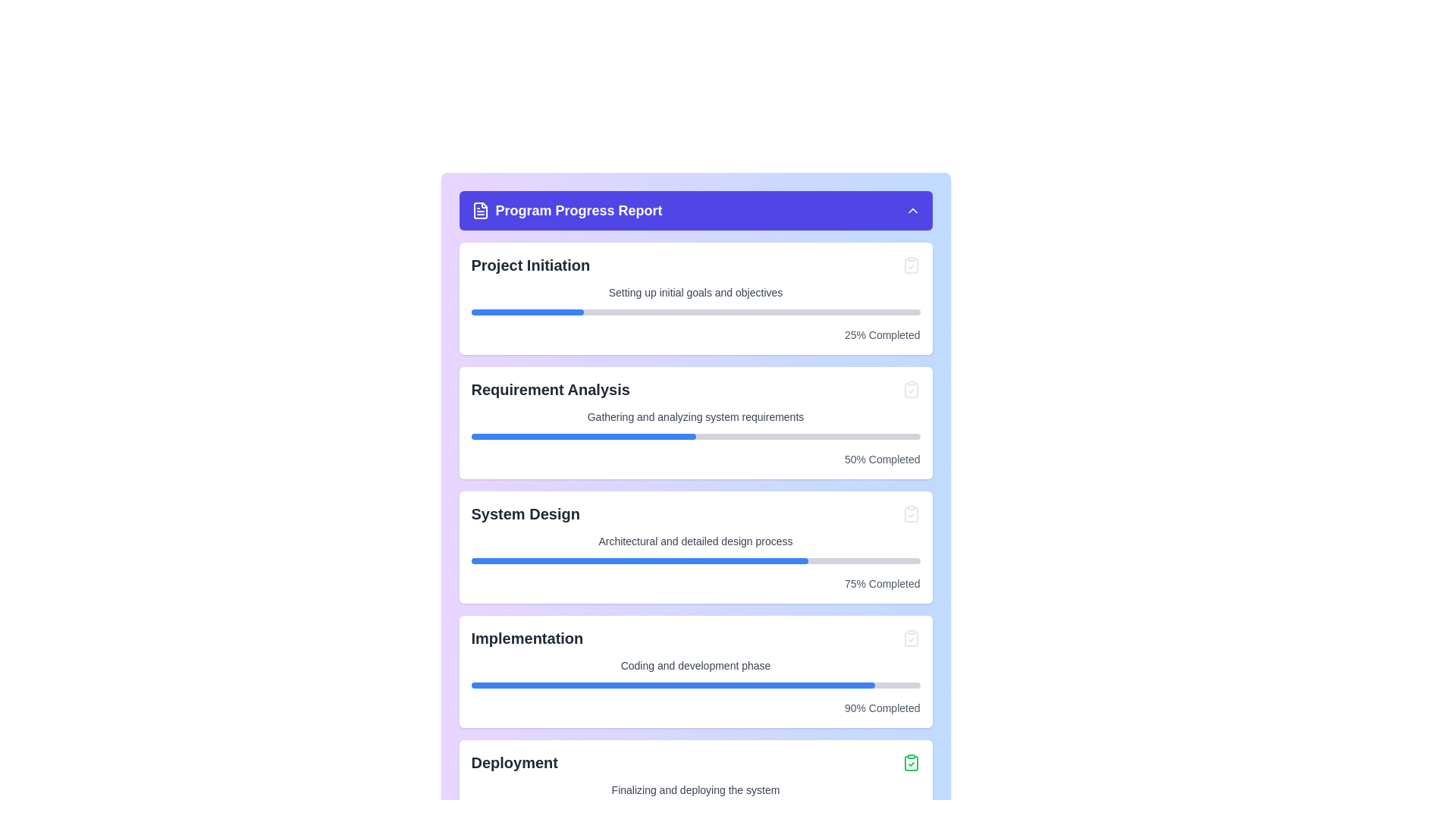 This screenshot has width=1456, height=819. Describe the element at coordinates (582, 436) in the screenshot. I see `the progress represented by the blue-colored segment of the progress bar in the 'Requirement Analysis' section, which indicates 50% completion` at that location.